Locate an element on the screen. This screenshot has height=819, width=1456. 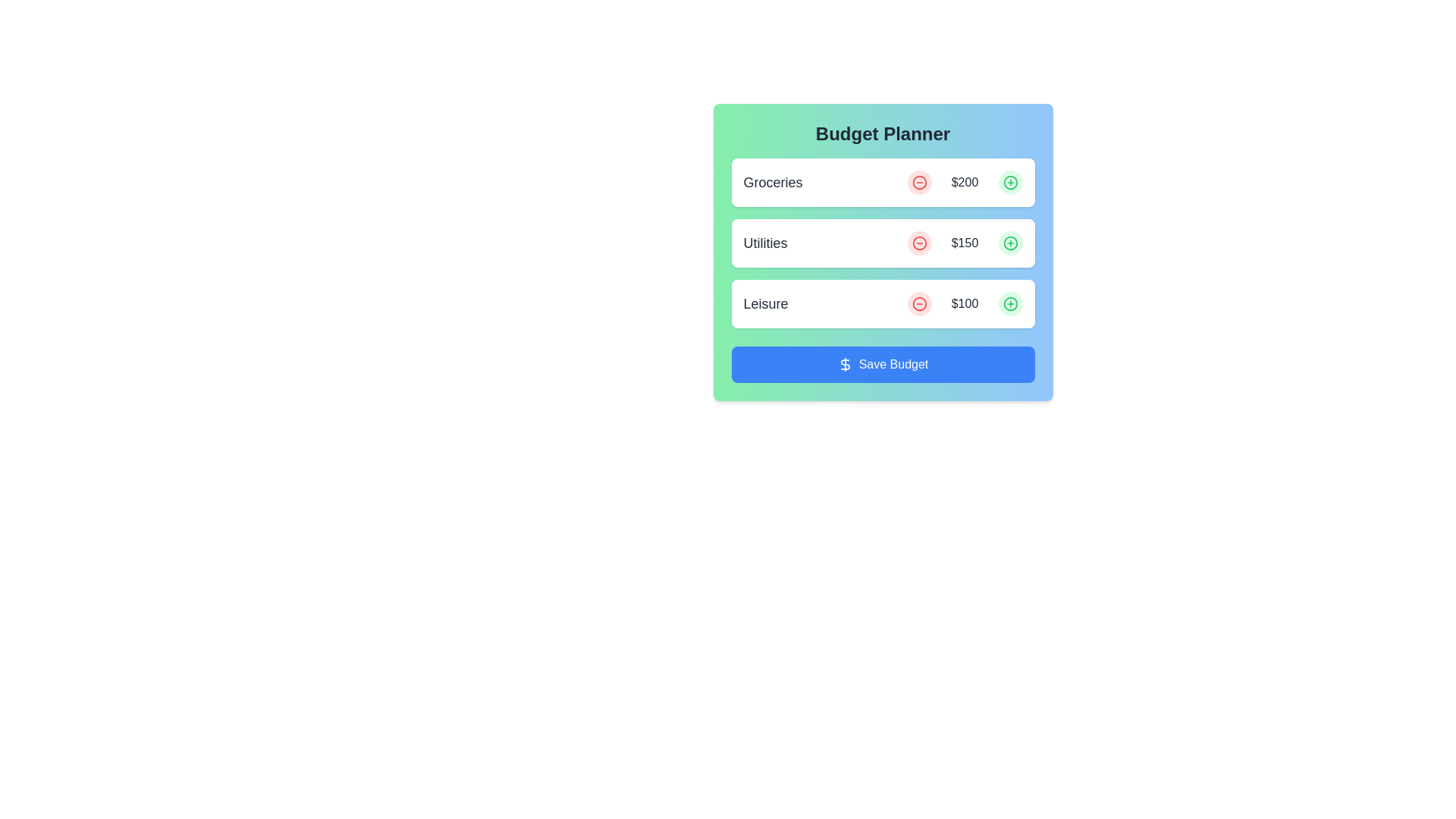
the text label displaying the budget amount for 'Groceries' in the 'Budget Planner' interface, located between the decrement and increment buttons is located at coordinates (964, 181).